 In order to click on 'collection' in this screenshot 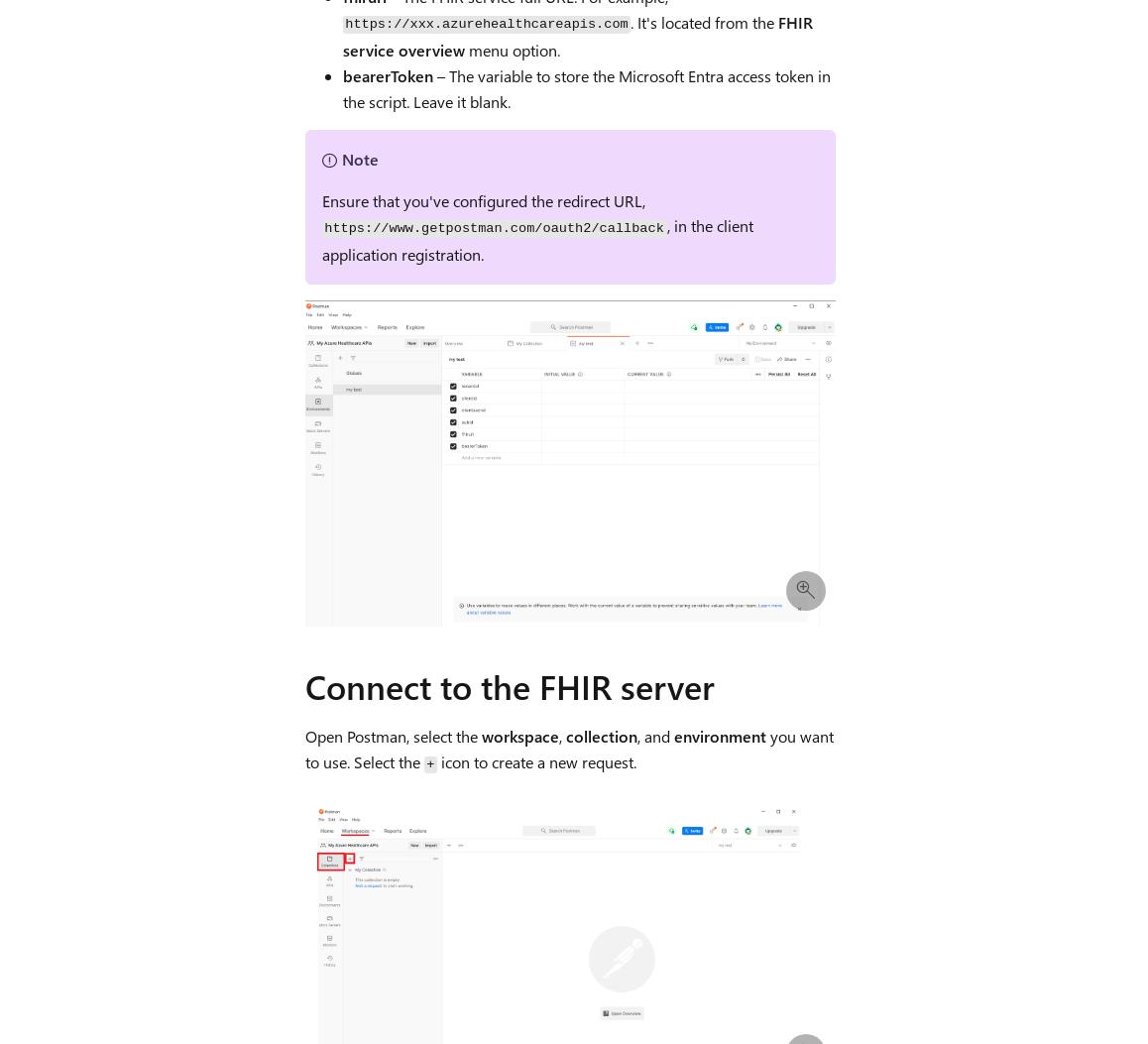, I will do `click(564, 735)`.